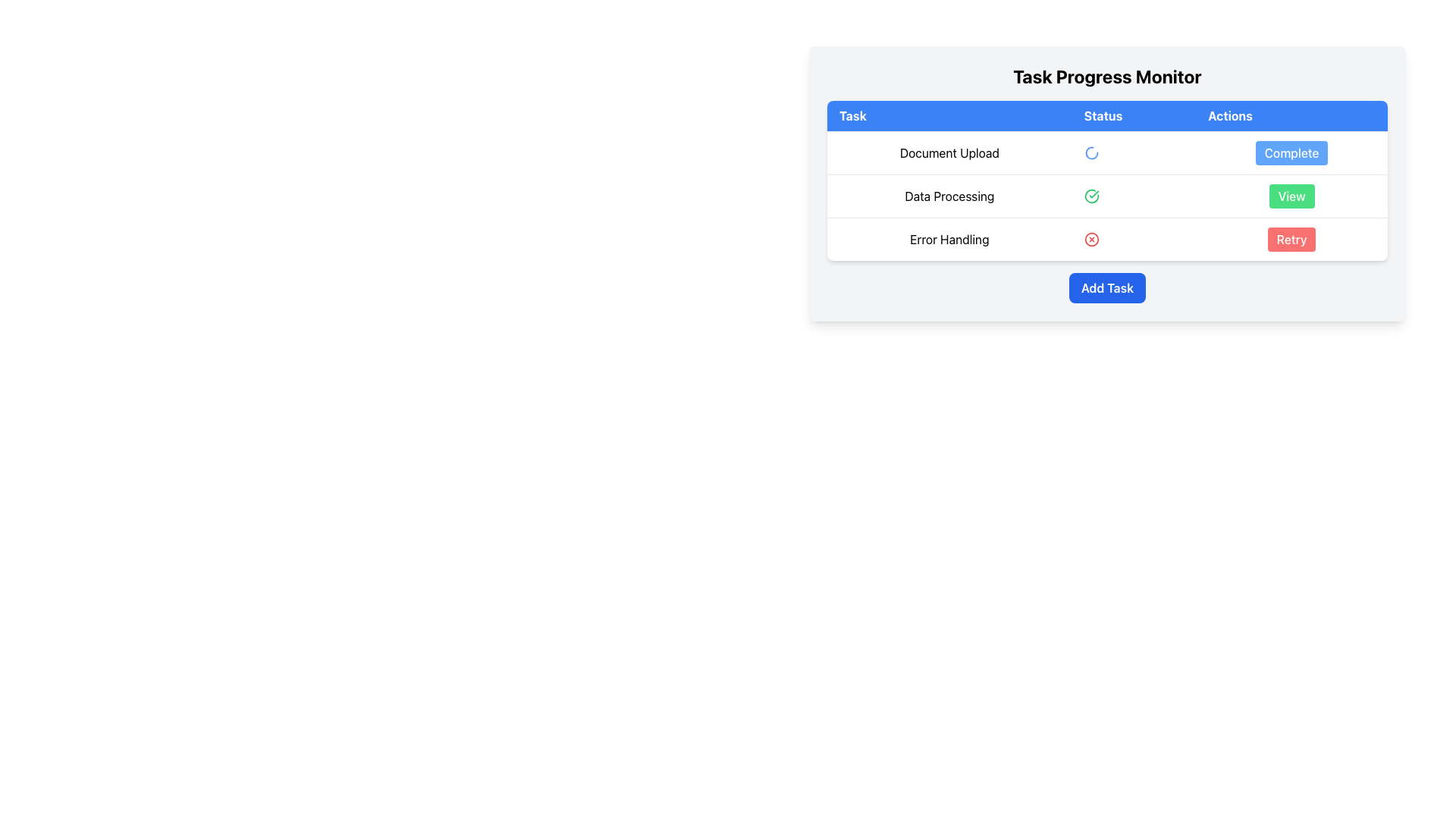 This screenshot has height=819, width=1456. I want to click on the green 'View' button with rounded corners located in the 'Actions' column of the 'Data Processing' row, so click(1291, 195).